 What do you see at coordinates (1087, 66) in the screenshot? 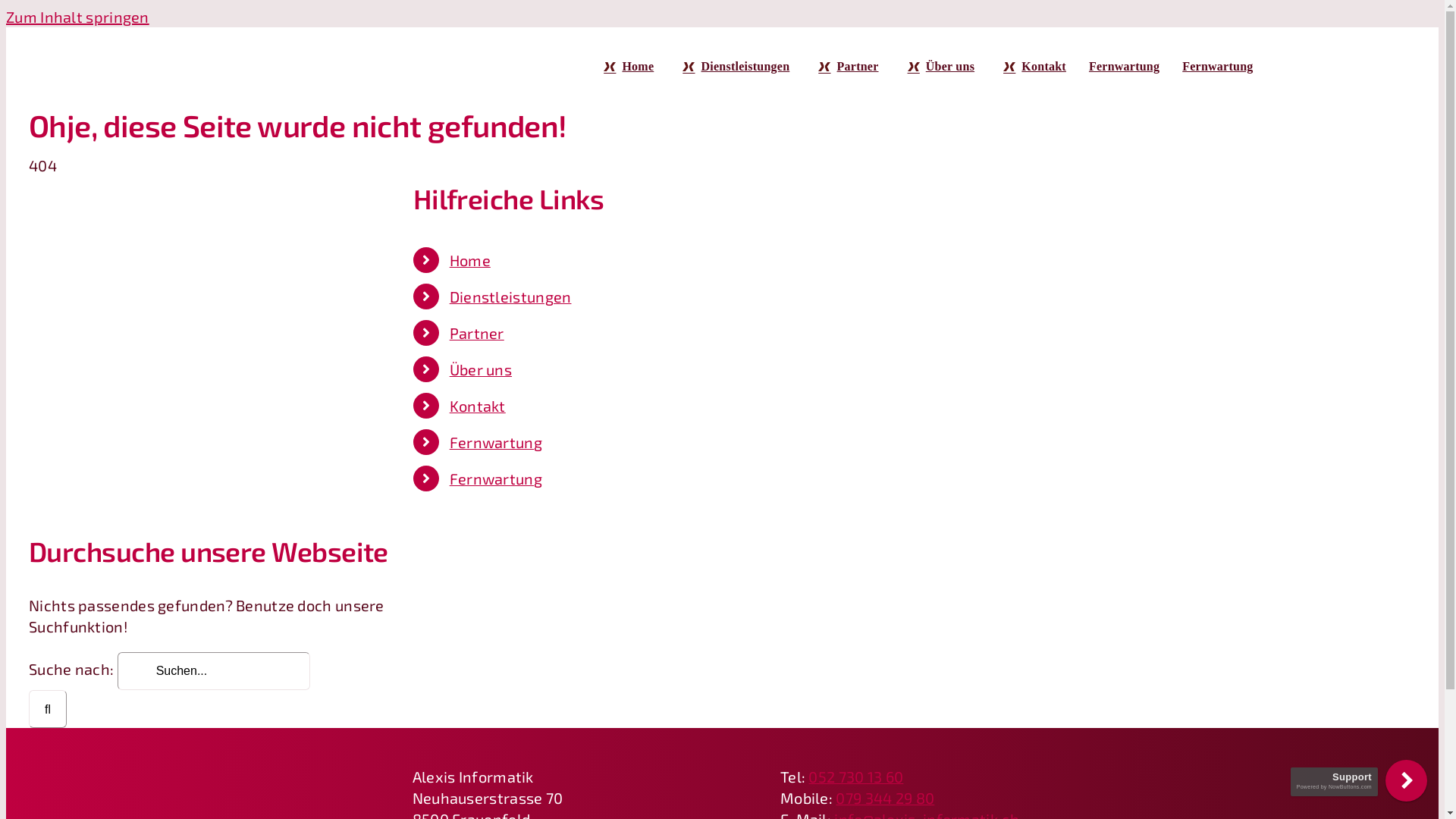
I see `'Fernwartung'` at bounding box center [1087, 66].